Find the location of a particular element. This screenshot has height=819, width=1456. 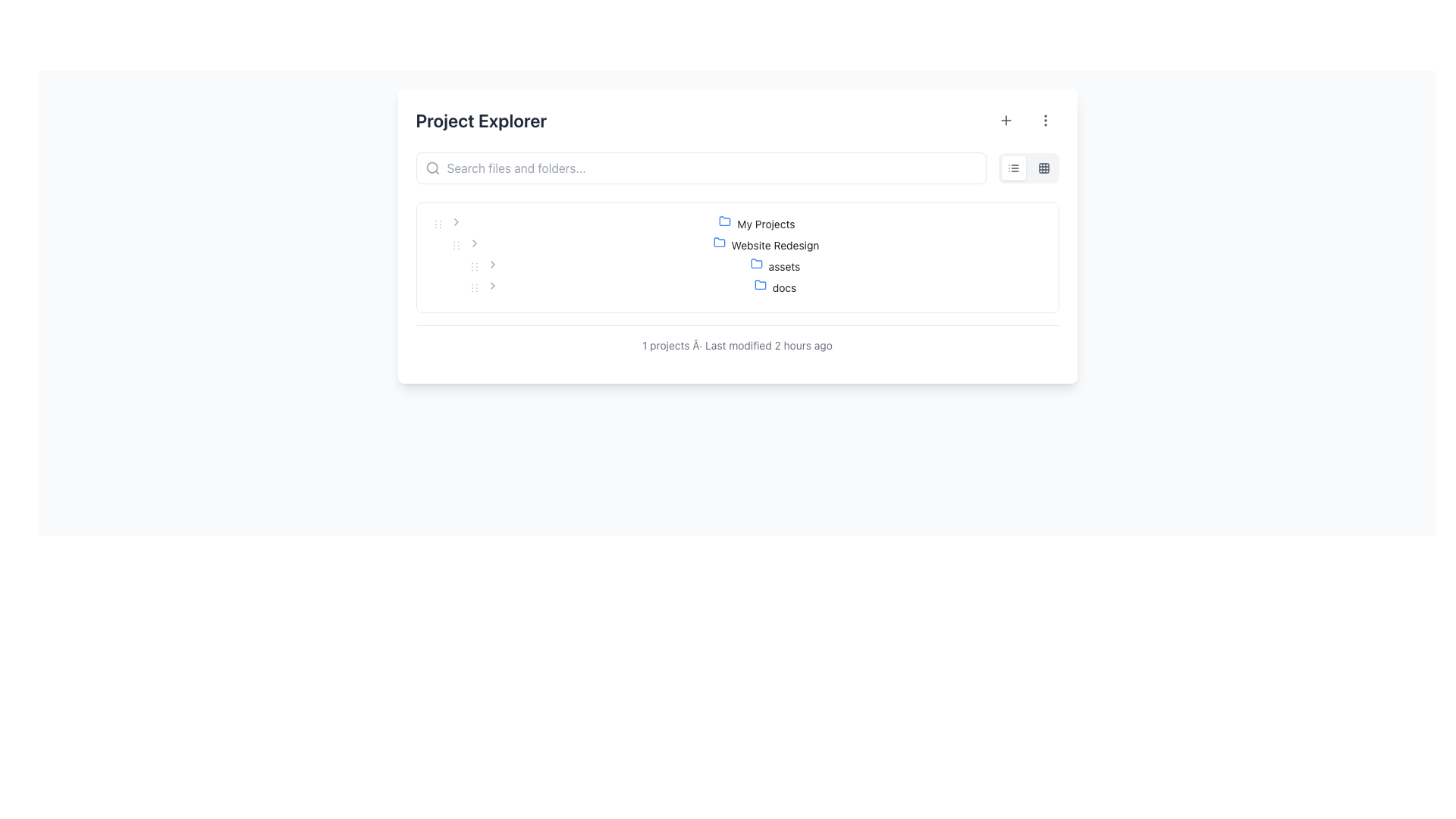

the Tree View element that displays the project hierarchy, including titles like 'My Projects', 'Website Redesign', 'assets', and 'docs', located in the 'Project Explorer' section of the UI is located at coordinates (737, 256).